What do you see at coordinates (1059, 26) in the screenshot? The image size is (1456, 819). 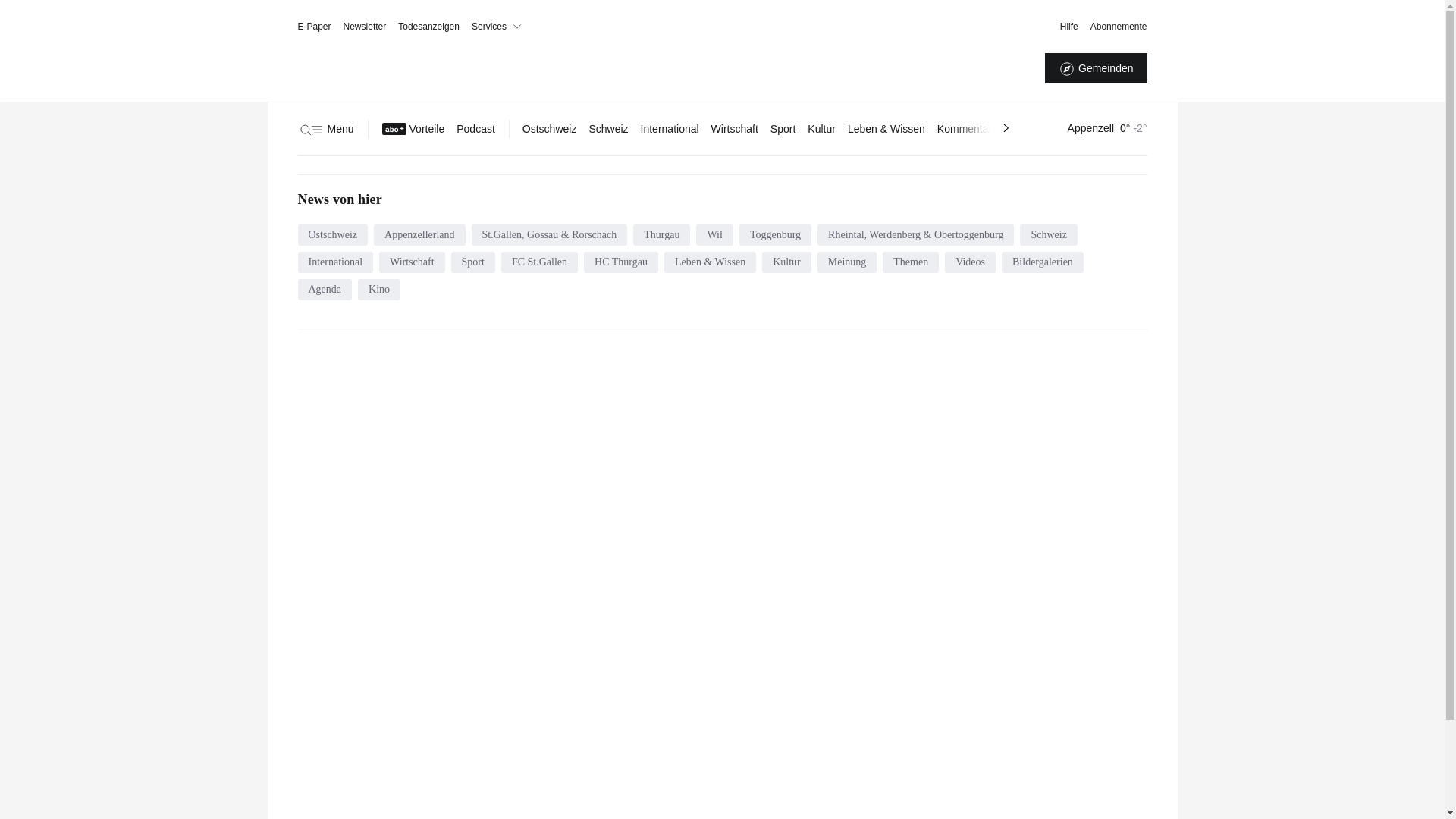 I see `'Hilfe'` at bounding box center [1059, 26].